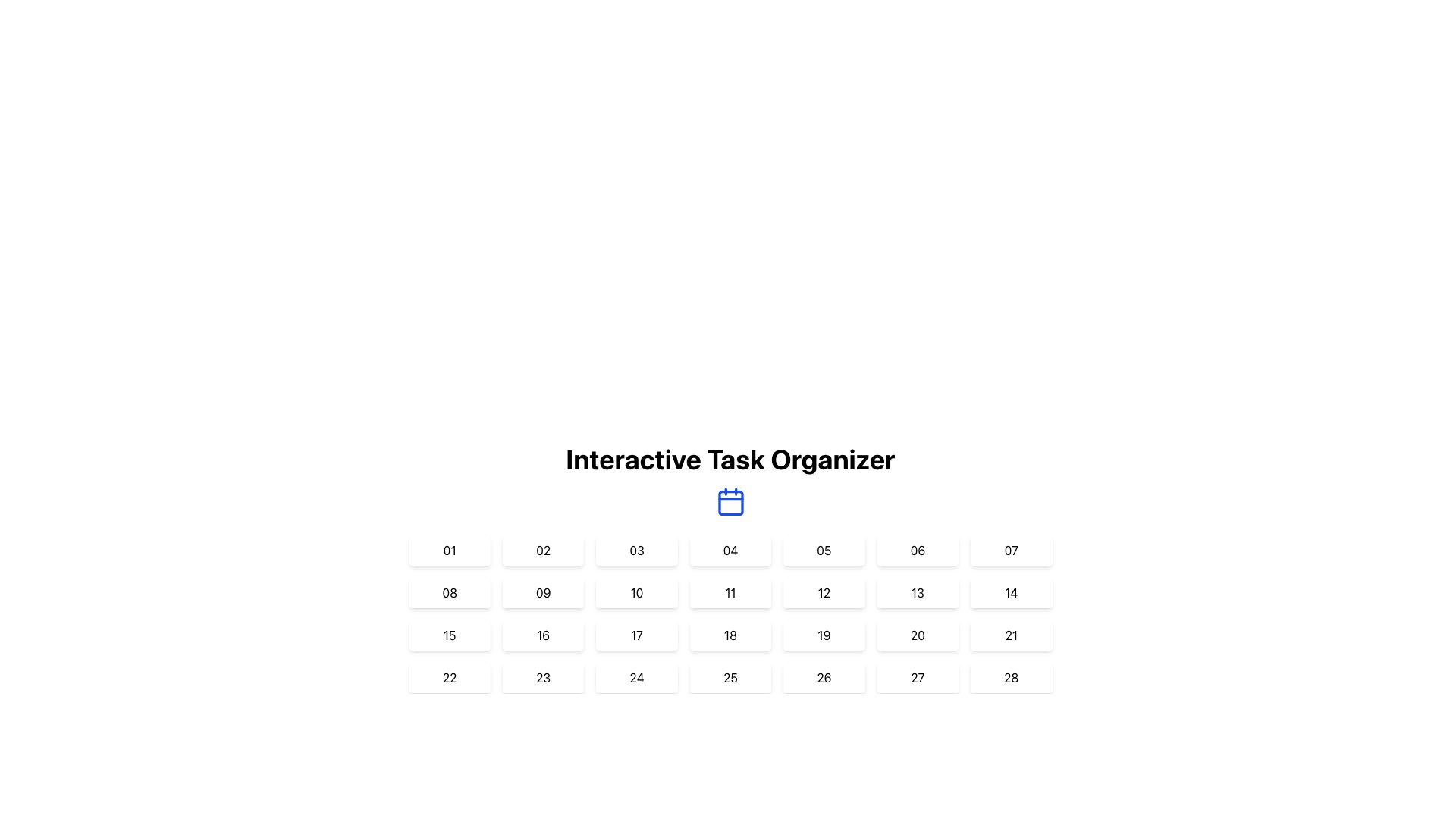  I want to click on the button located in the second row, fourth column of the grid layout, so click(730, 592).